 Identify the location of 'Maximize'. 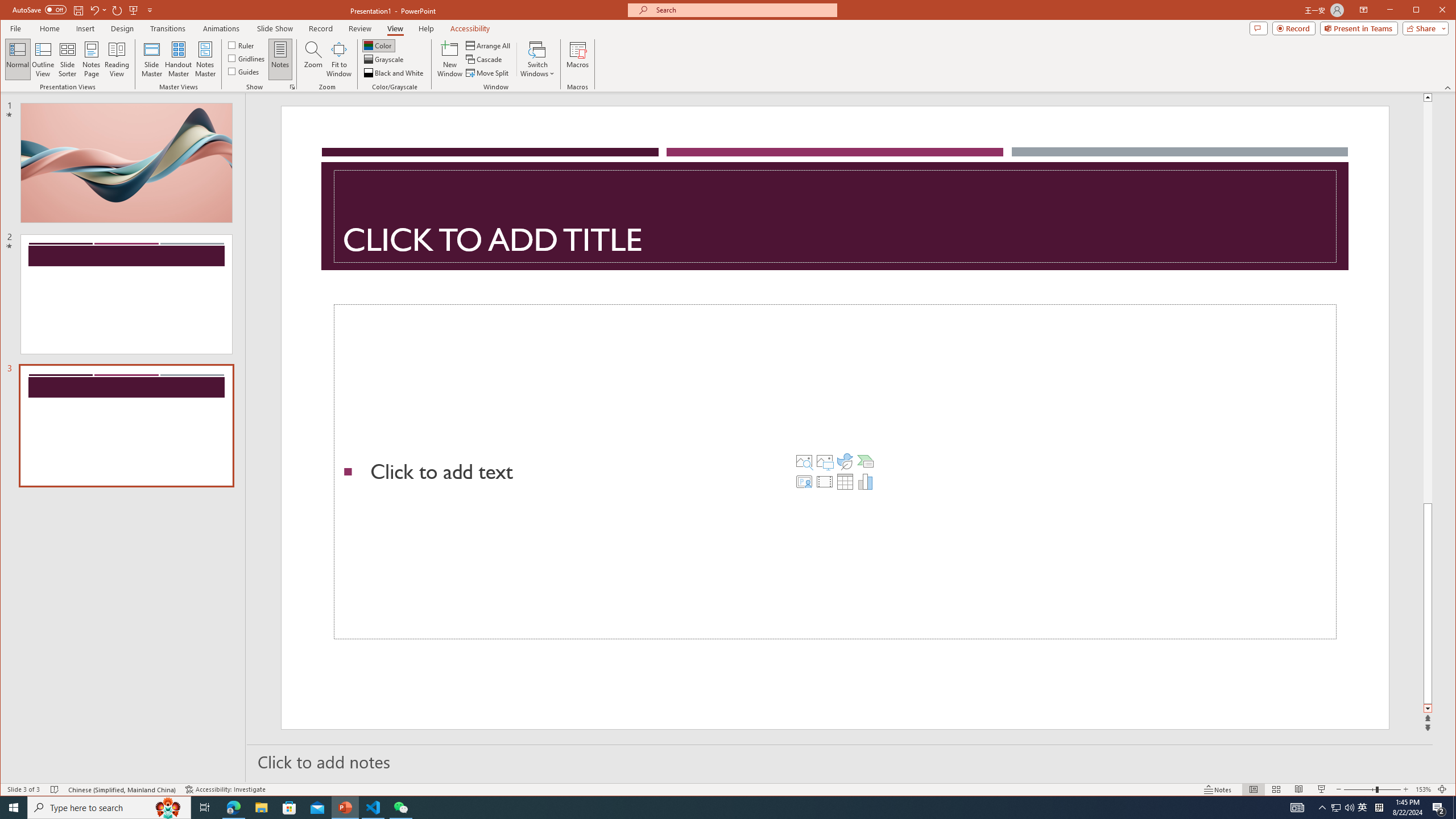
(1433, 11).